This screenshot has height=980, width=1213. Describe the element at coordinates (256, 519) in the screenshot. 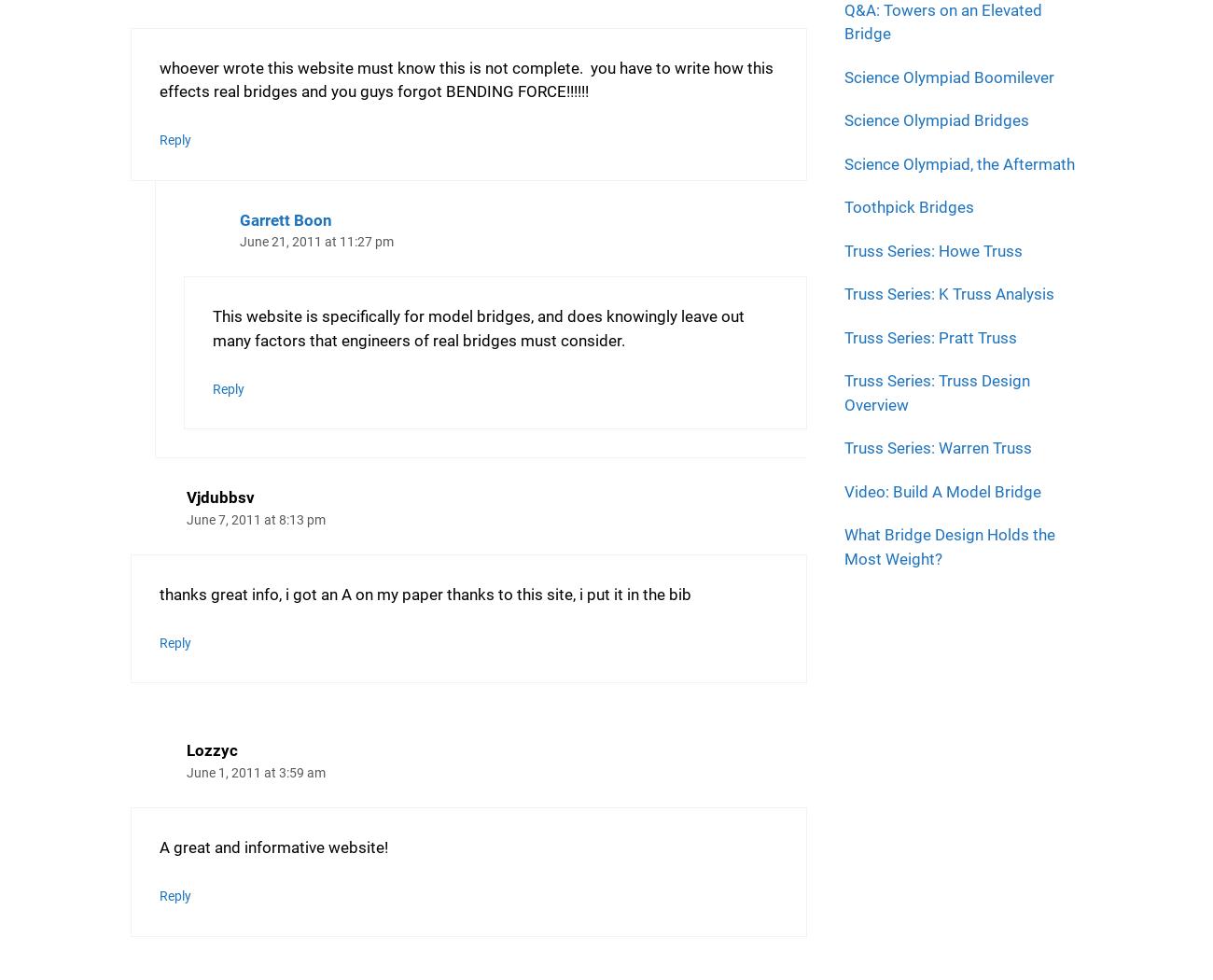

I see `'June 7, 2011 at 8:13 pm'` at that location.